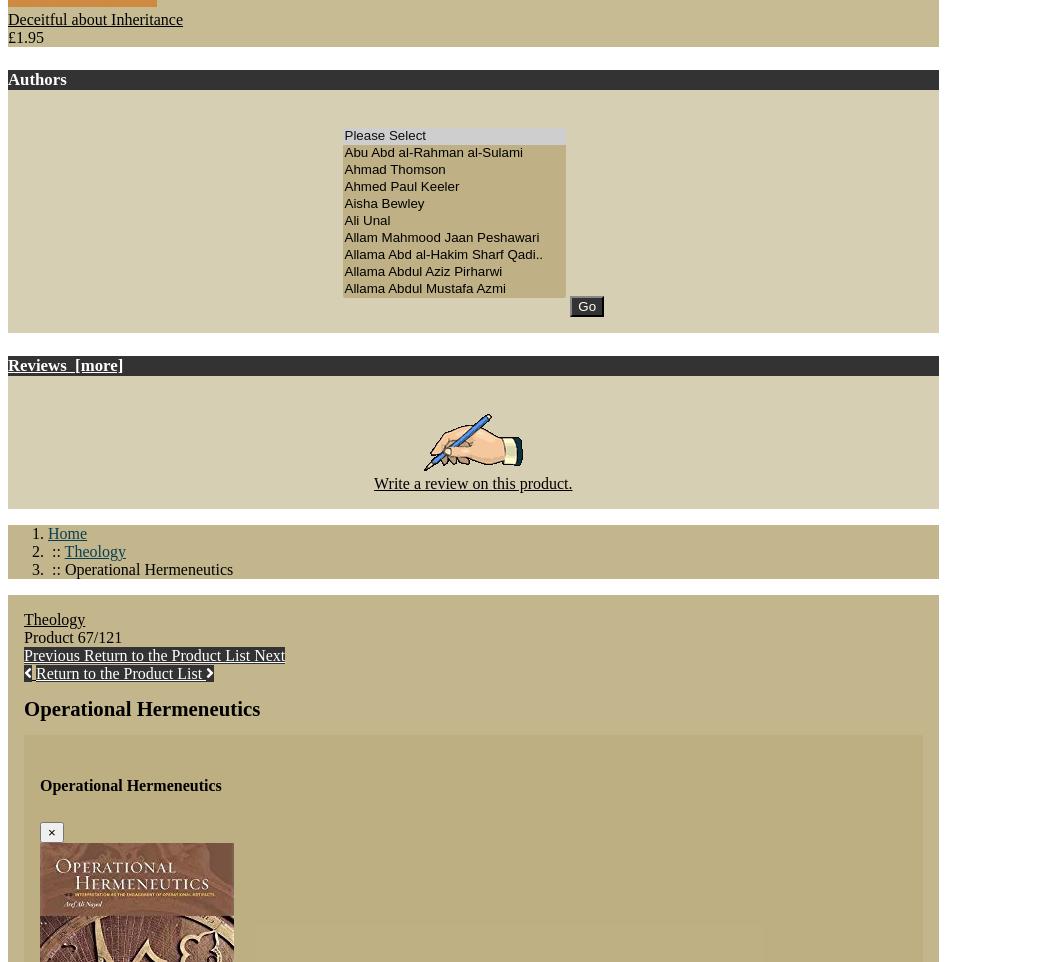  Describe the element at coordinates (26, 36) in the screenshot. I see `'£1.95'` at that location.